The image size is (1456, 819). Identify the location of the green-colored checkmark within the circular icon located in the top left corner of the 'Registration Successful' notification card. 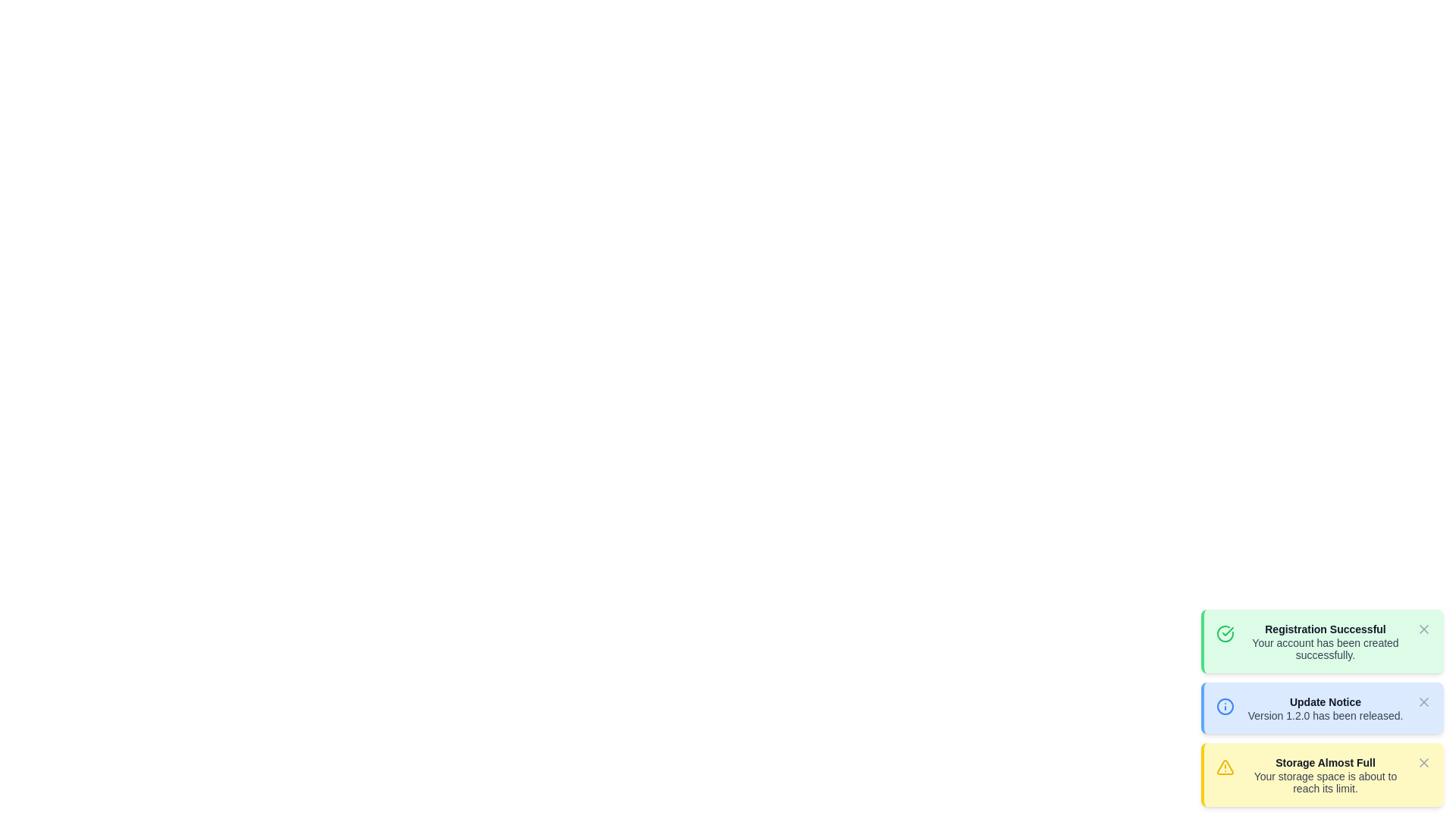
(1228, 632).